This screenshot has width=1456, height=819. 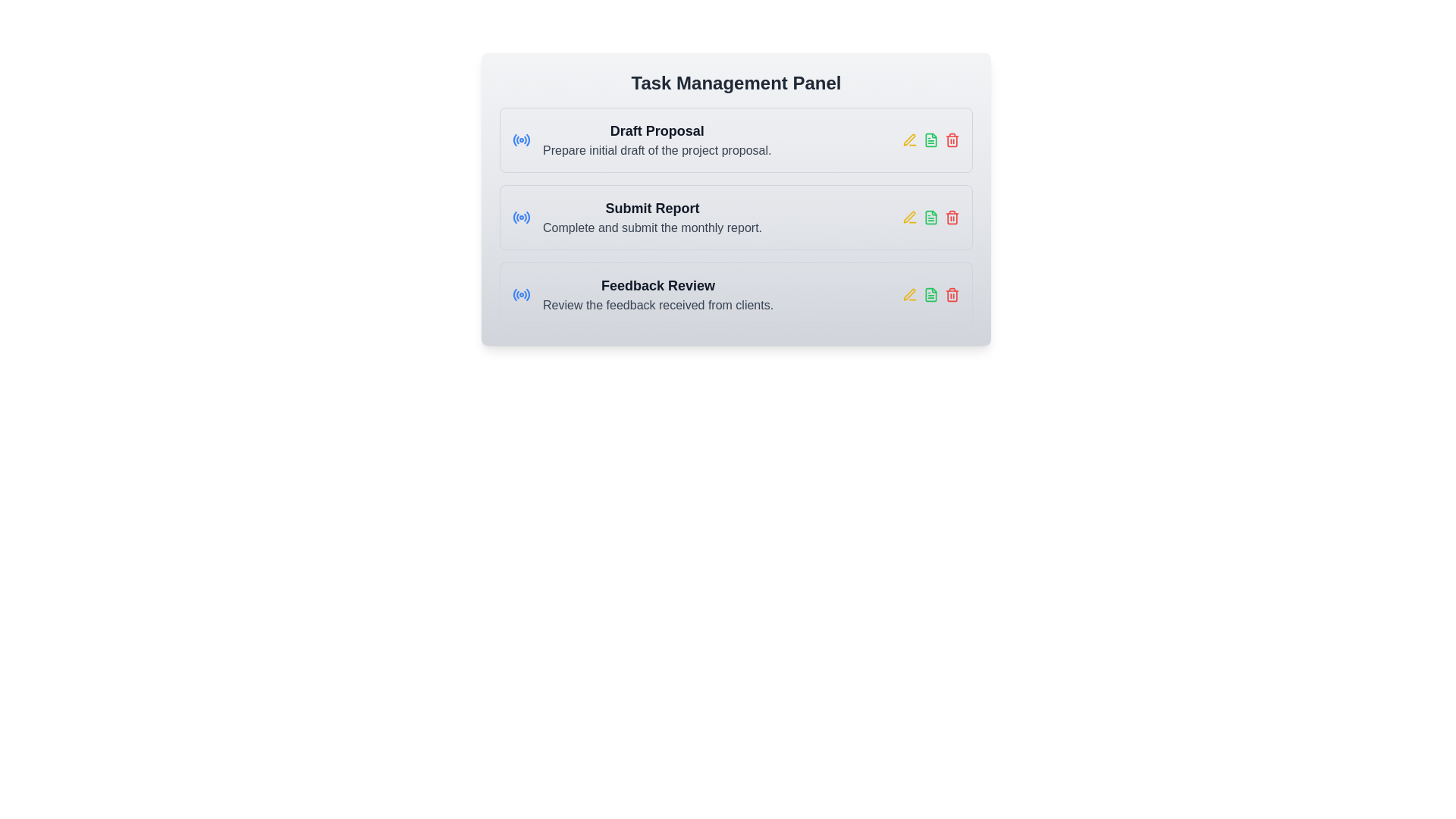 I want to click on the edit icon located in the task management panel next to the 'Draft Proposal' task, so click(x=909, y=294).